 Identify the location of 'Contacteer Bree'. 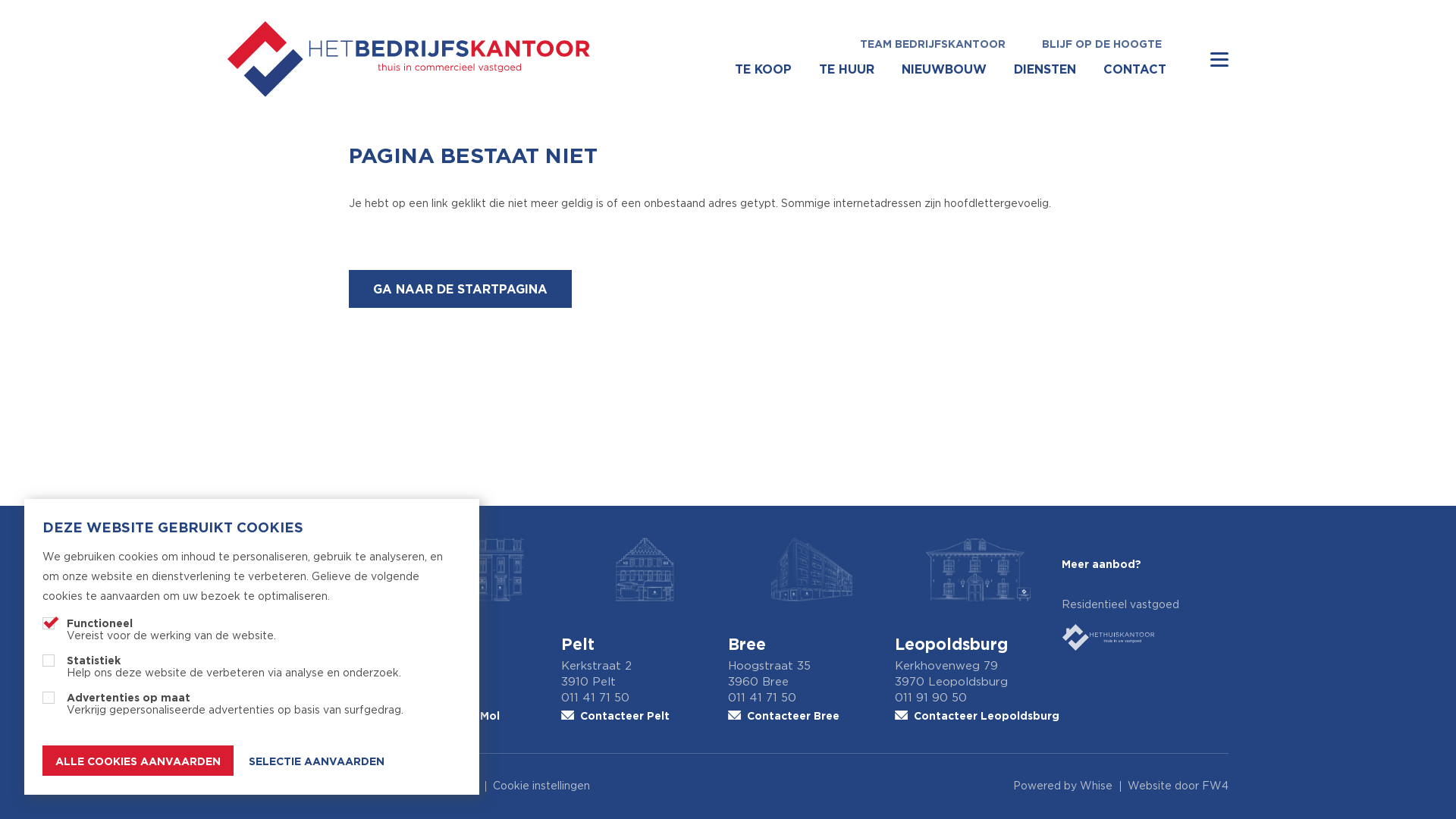
(811, 716).